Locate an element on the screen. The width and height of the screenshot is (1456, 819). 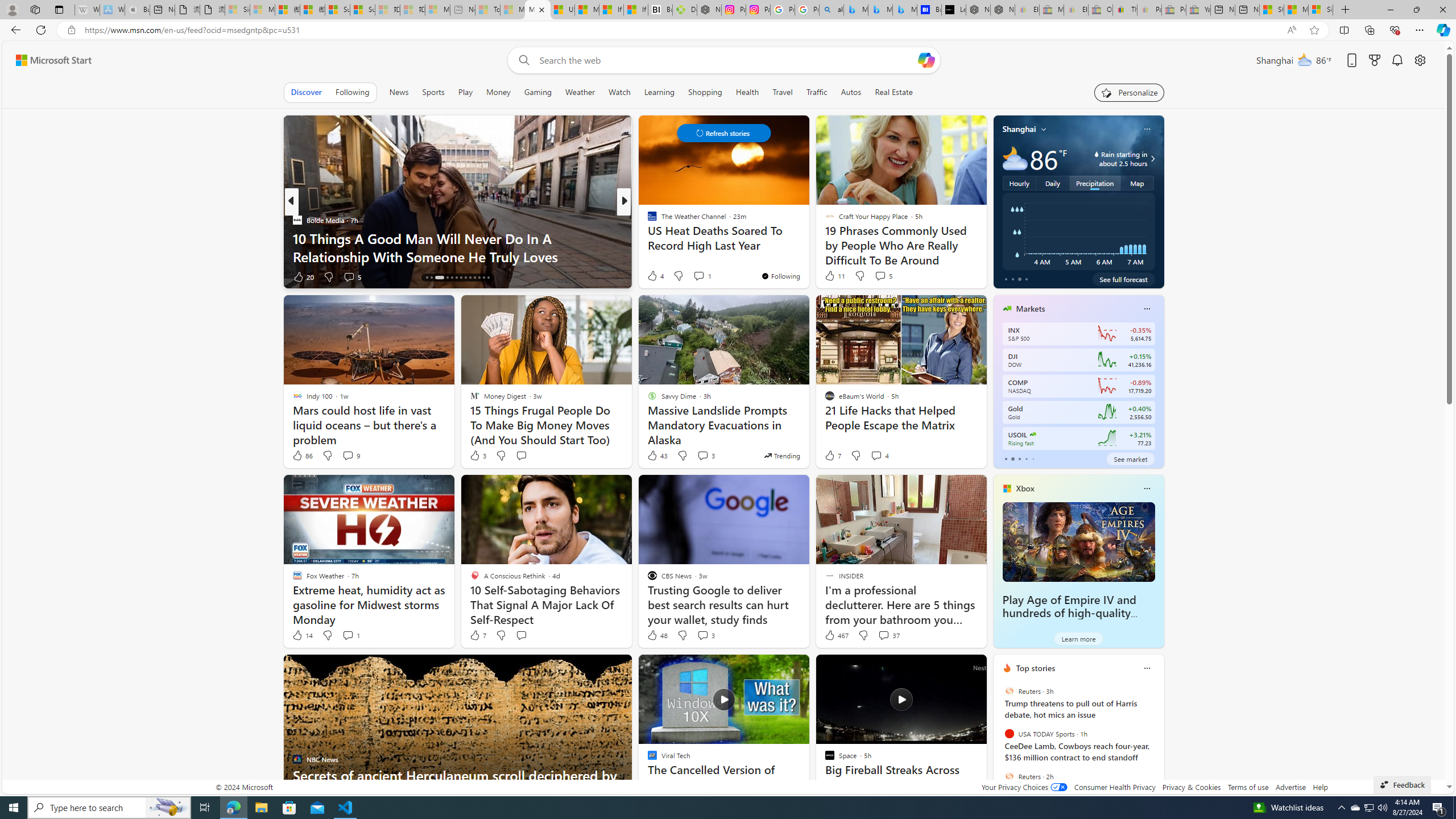
'ChaChingQueen' is located at coordinates (647, 220).